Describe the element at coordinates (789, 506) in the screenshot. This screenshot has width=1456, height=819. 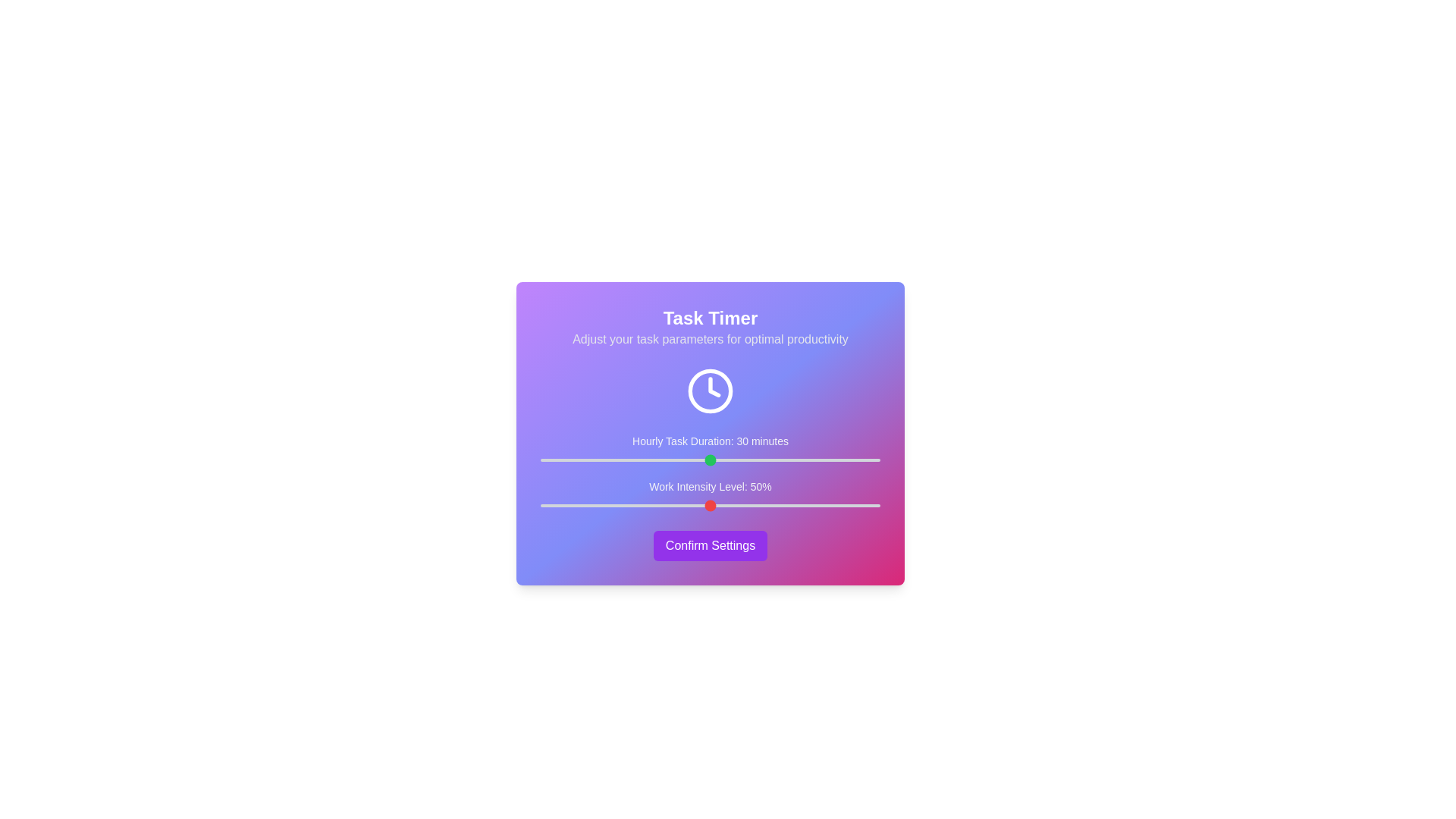
I see `the work intensity level to 73% by interacting with the slider` at that location.